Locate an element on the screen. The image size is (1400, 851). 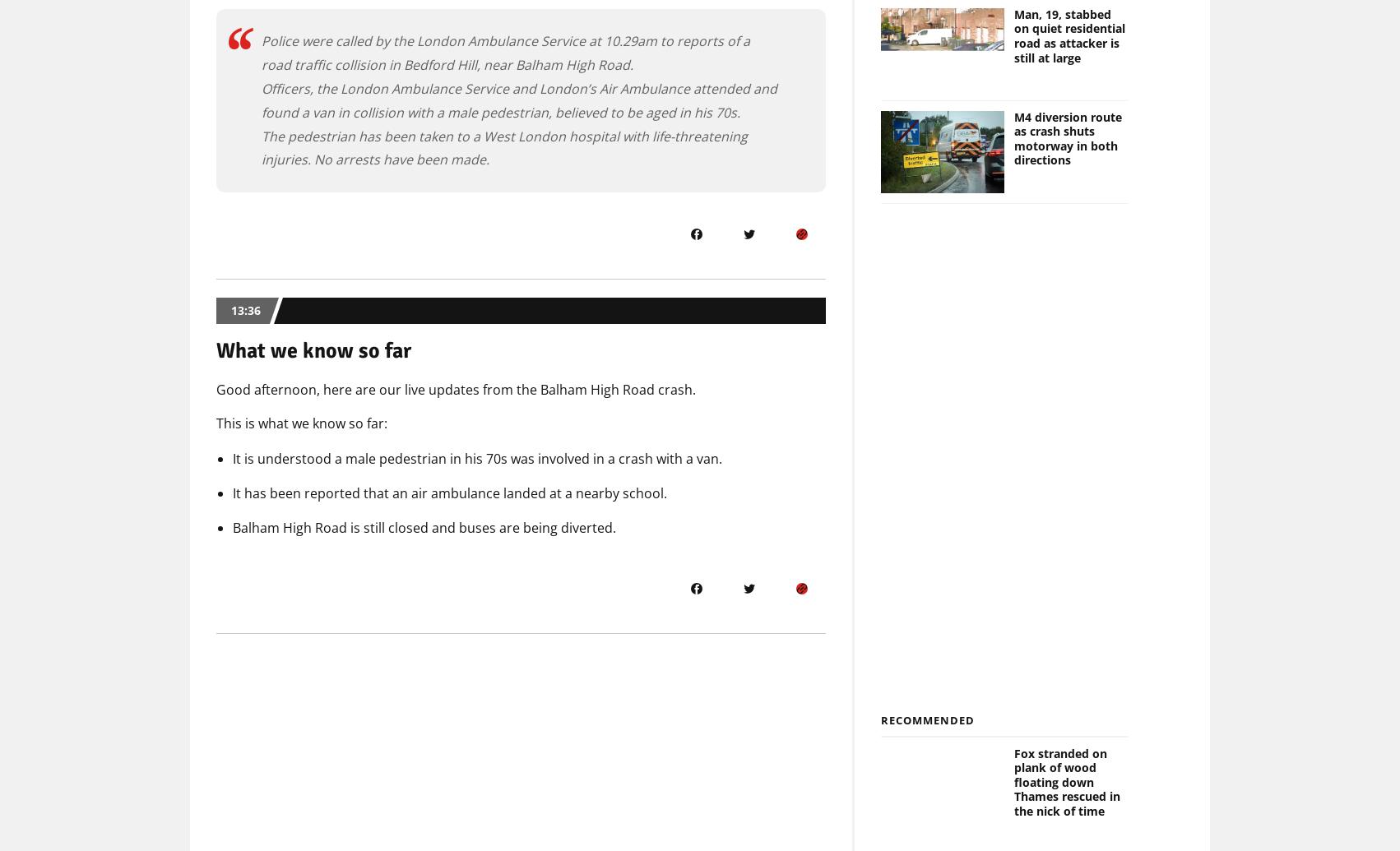
'This is what we know so far:' is located at coordinates (301, 422).